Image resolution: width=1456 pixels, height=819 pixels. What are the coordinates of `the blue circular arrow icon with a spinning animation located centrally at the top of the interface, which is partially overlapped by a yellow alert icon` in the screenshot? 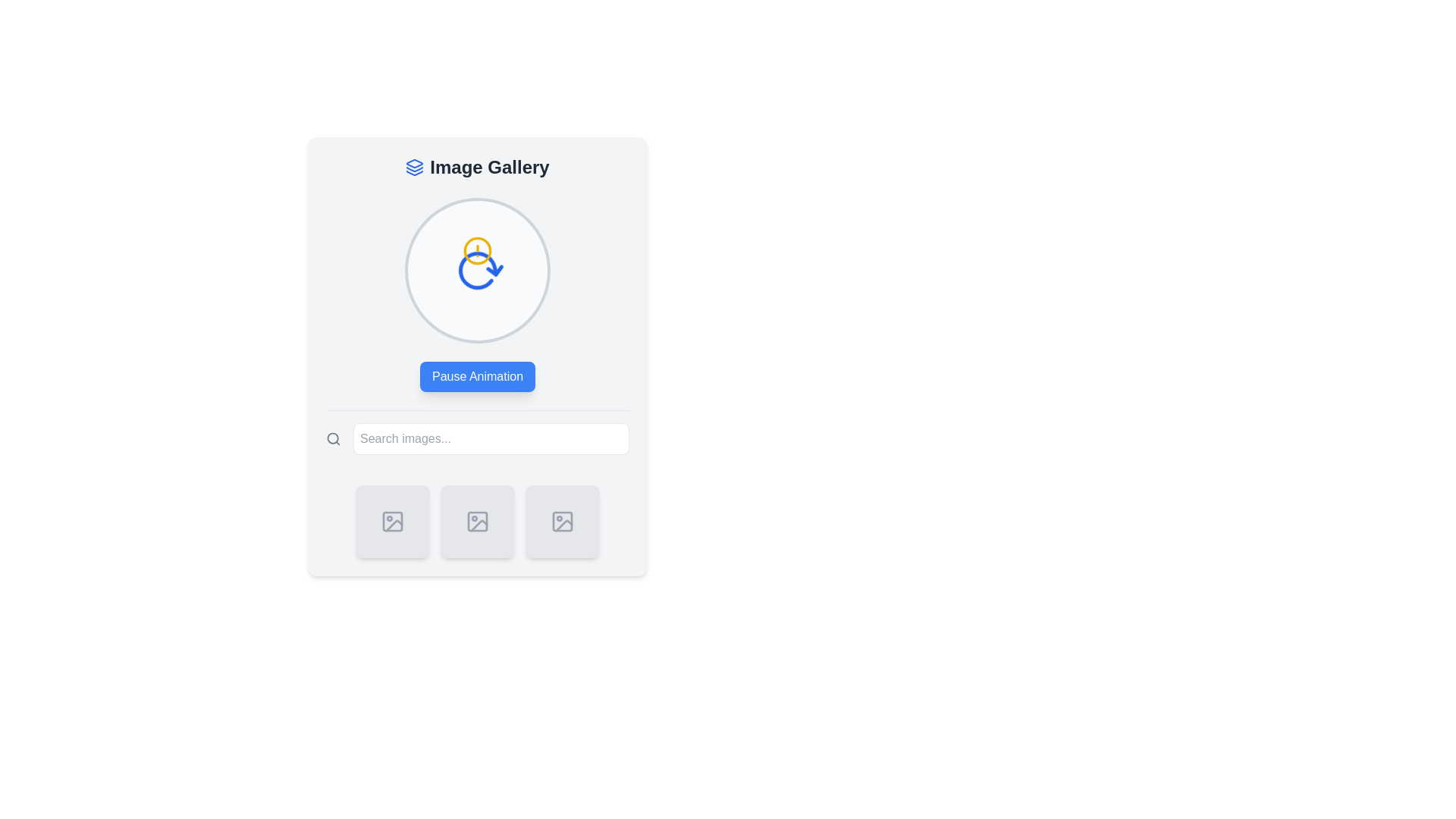 It's located at (476, 268).